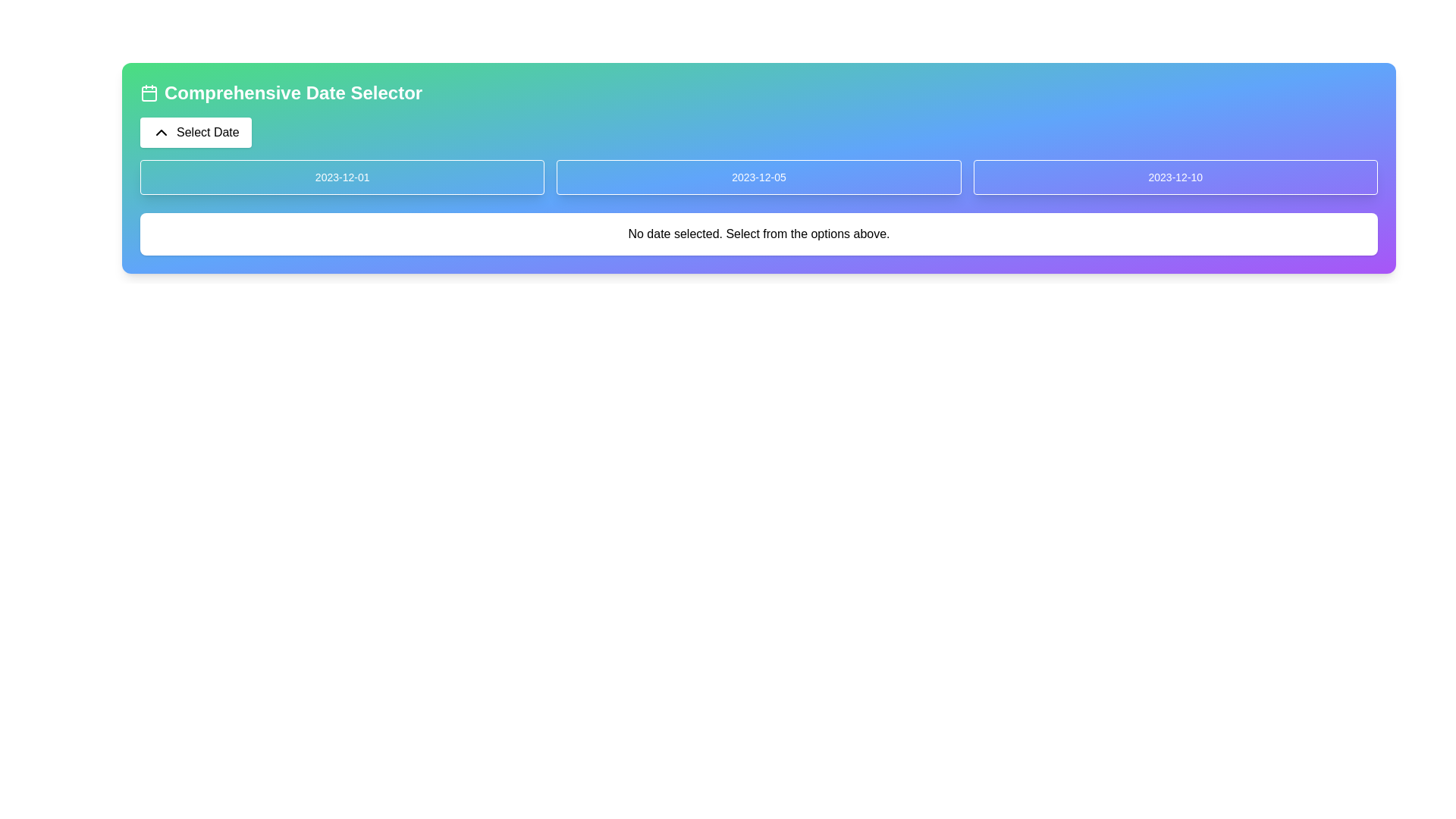  I want to click on the button with the white text '2023-12-10' which is located on the rightmost side of a row of three buttons in a gradient blue-to-purple background, so click(1175, 177).